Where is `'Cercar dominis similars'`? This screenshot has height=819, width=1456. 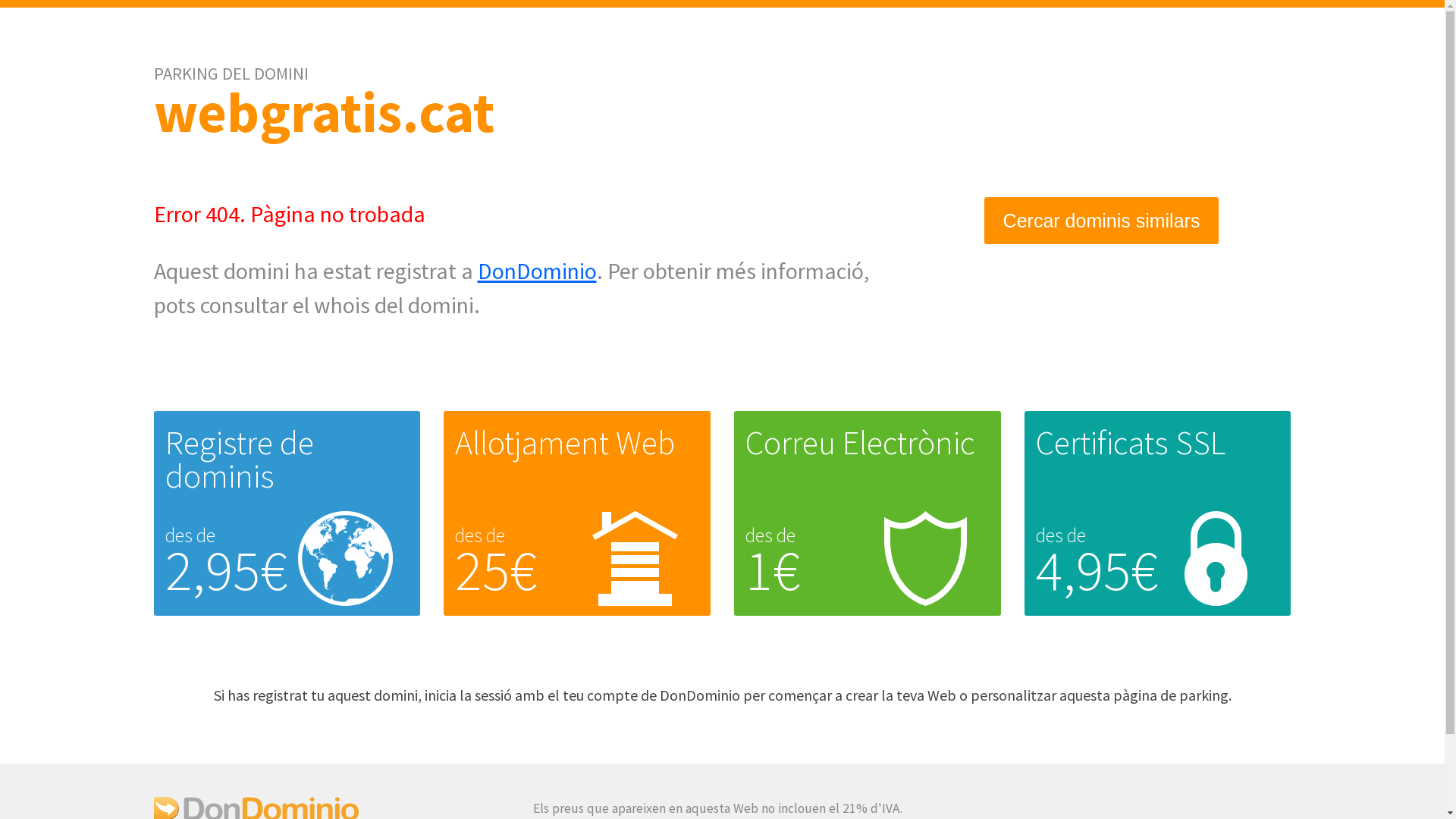 'Cercar dominis similars' is located at coordinates (1102, 221).